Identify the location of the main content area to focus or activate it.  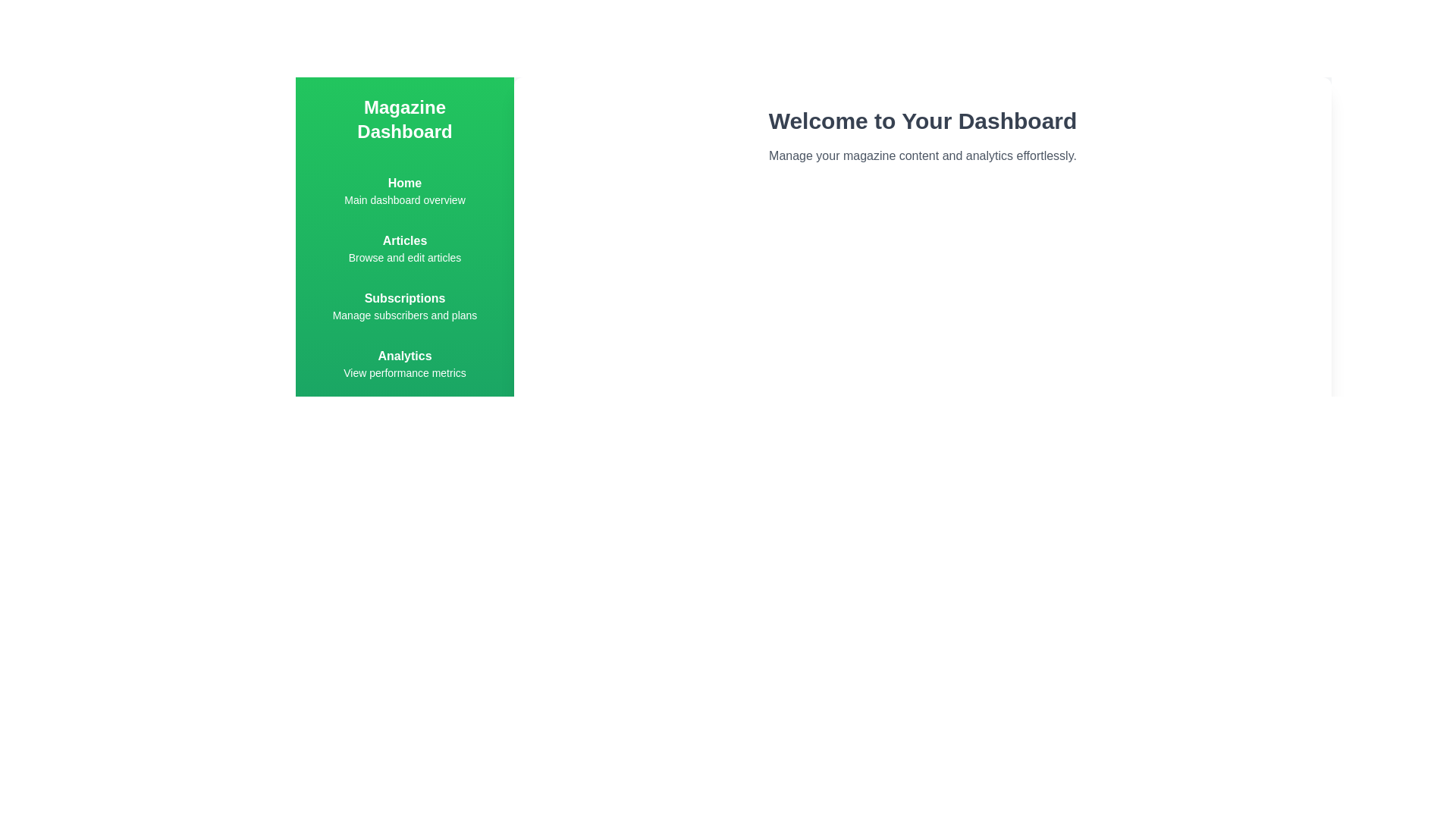
(922, 486).